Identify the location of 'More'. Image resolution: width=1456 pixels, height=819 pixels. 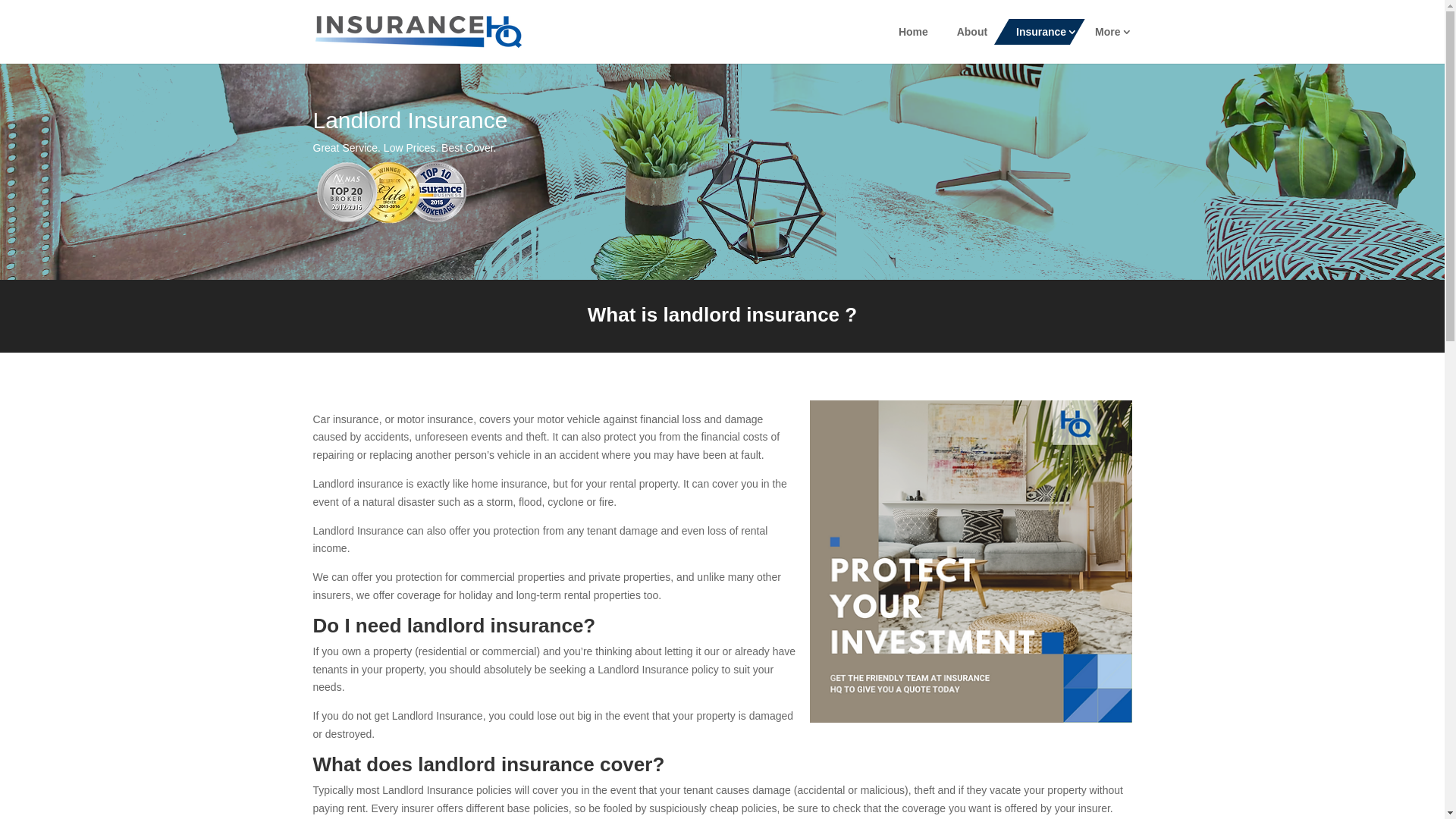
(1107, 32).